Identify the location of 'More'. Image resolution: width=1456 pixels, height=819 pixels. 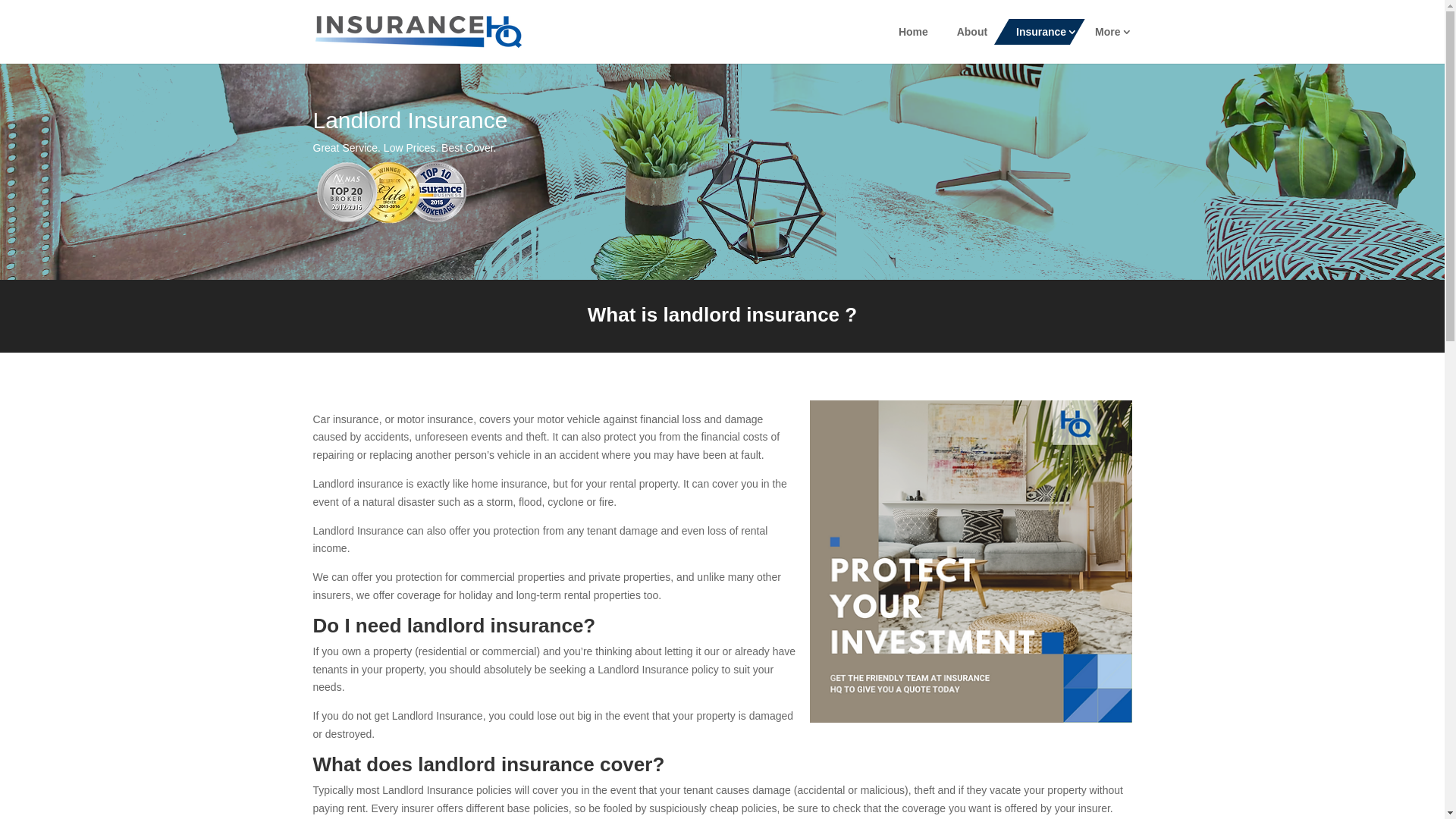
(1107, 32).